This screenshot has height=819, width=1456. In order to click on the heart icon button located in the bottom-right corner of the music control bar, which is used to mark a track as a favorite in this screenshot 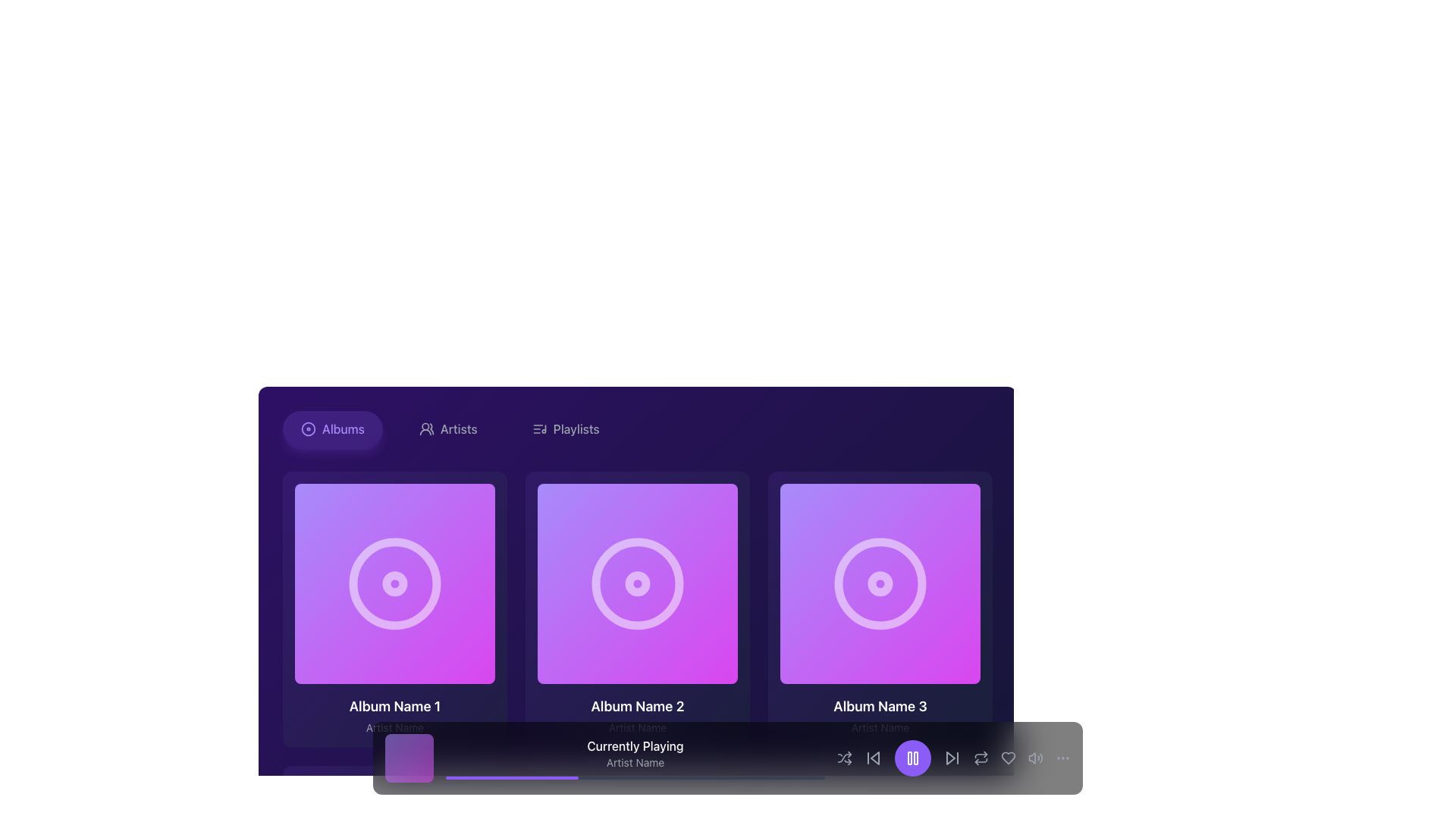, I will do `click(1008, 758)`.